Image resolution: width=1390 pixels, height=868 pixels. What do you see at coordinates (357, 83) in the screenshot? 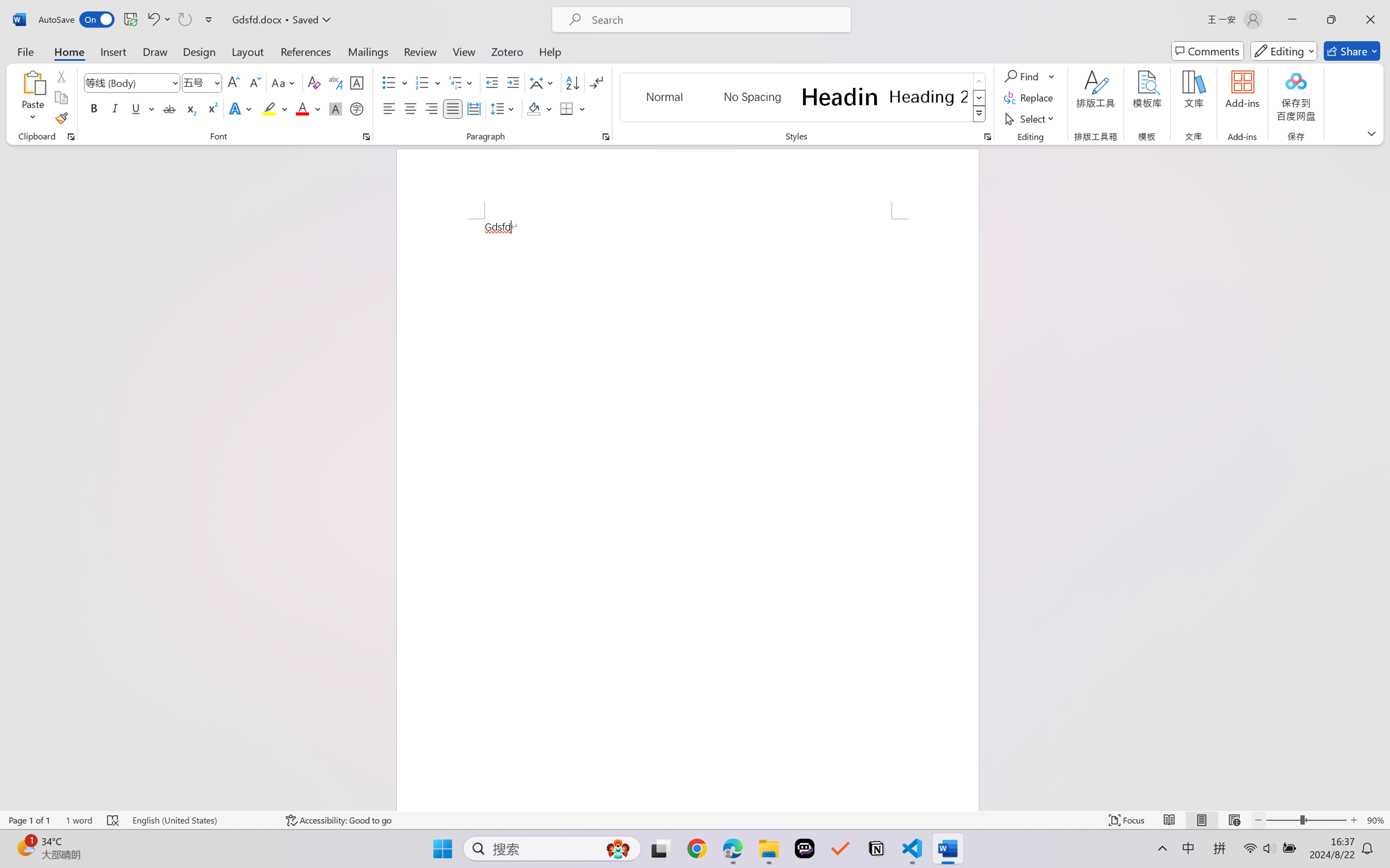
I see `'Character Border'` at bounding box center [357, 83].